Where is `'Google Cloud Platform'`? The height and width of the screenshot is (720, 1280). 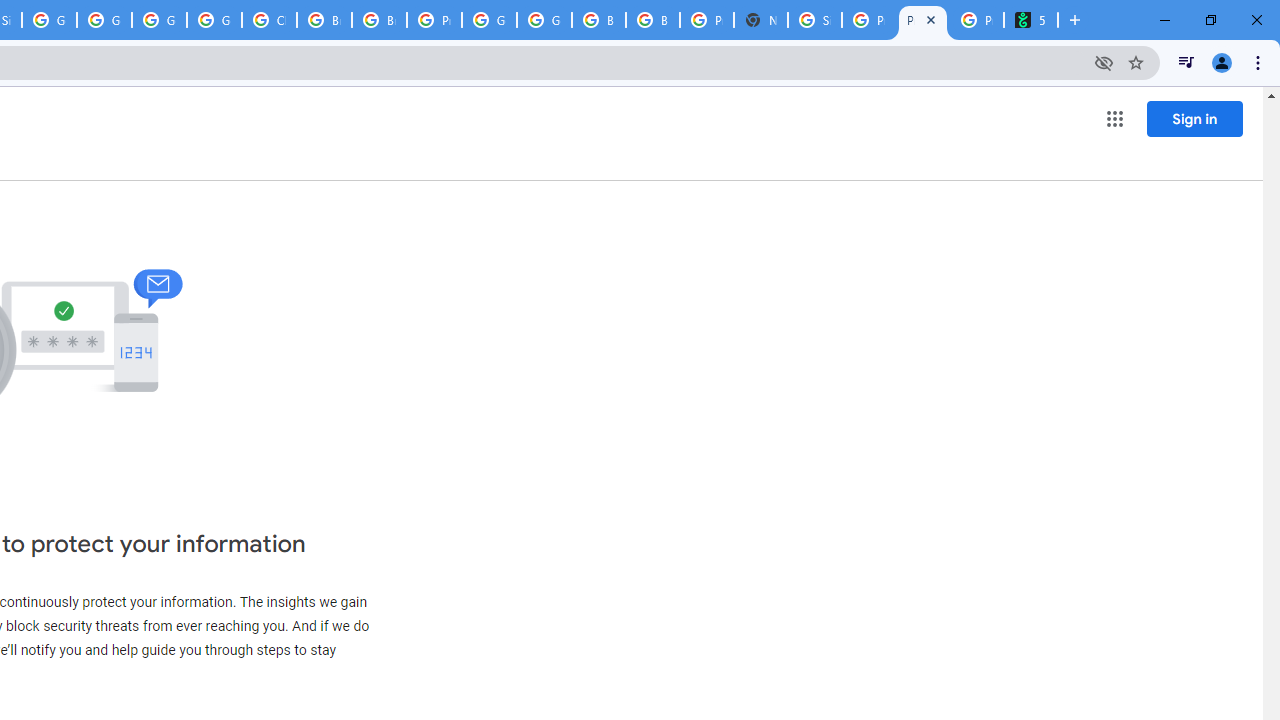
'Google Cloud Platform' is located at coordinates (489, 20).